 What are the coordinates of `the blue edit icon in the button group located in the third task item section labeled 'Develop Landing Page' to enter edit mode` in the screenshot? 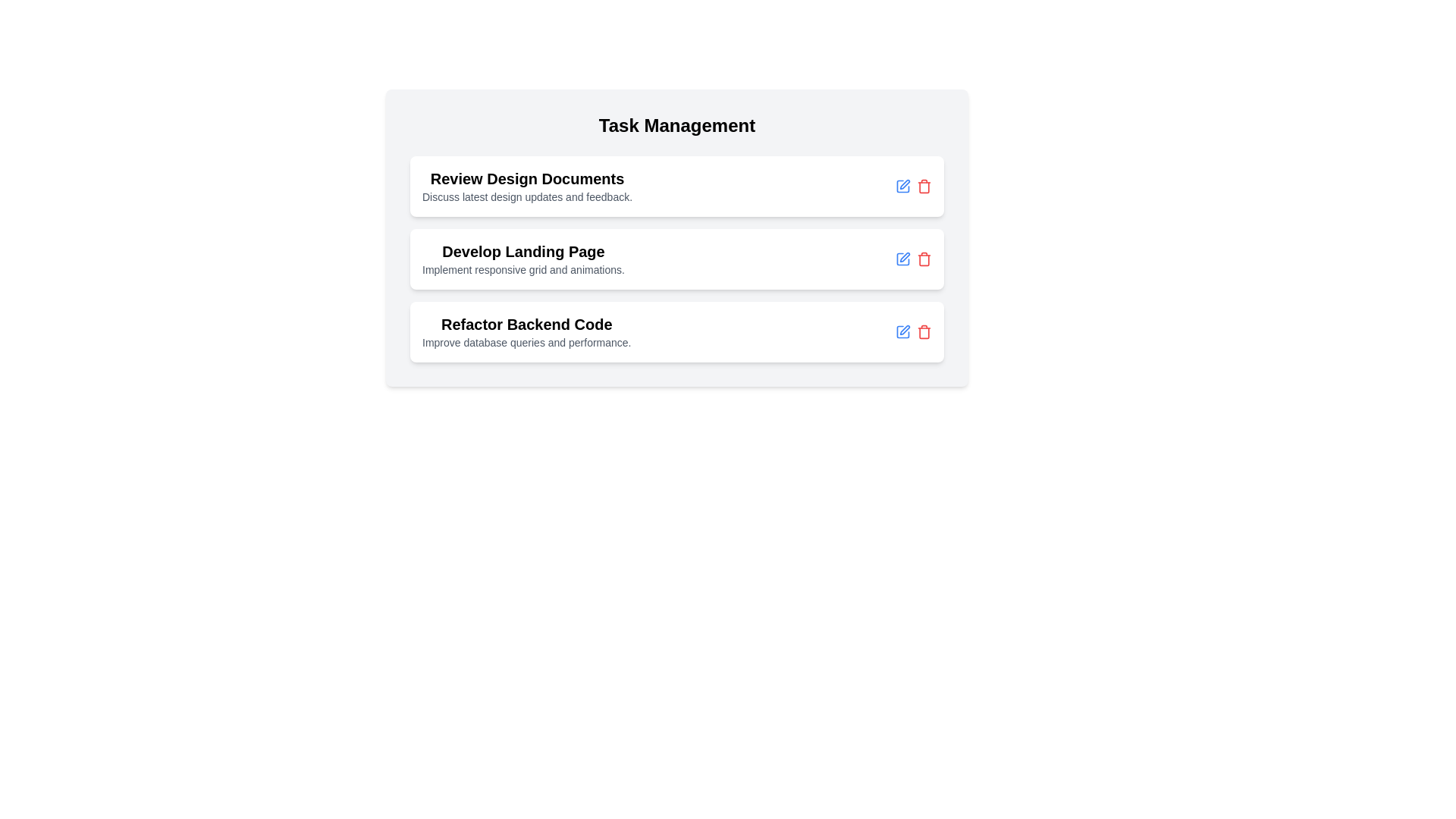 It's located at (912, 259).